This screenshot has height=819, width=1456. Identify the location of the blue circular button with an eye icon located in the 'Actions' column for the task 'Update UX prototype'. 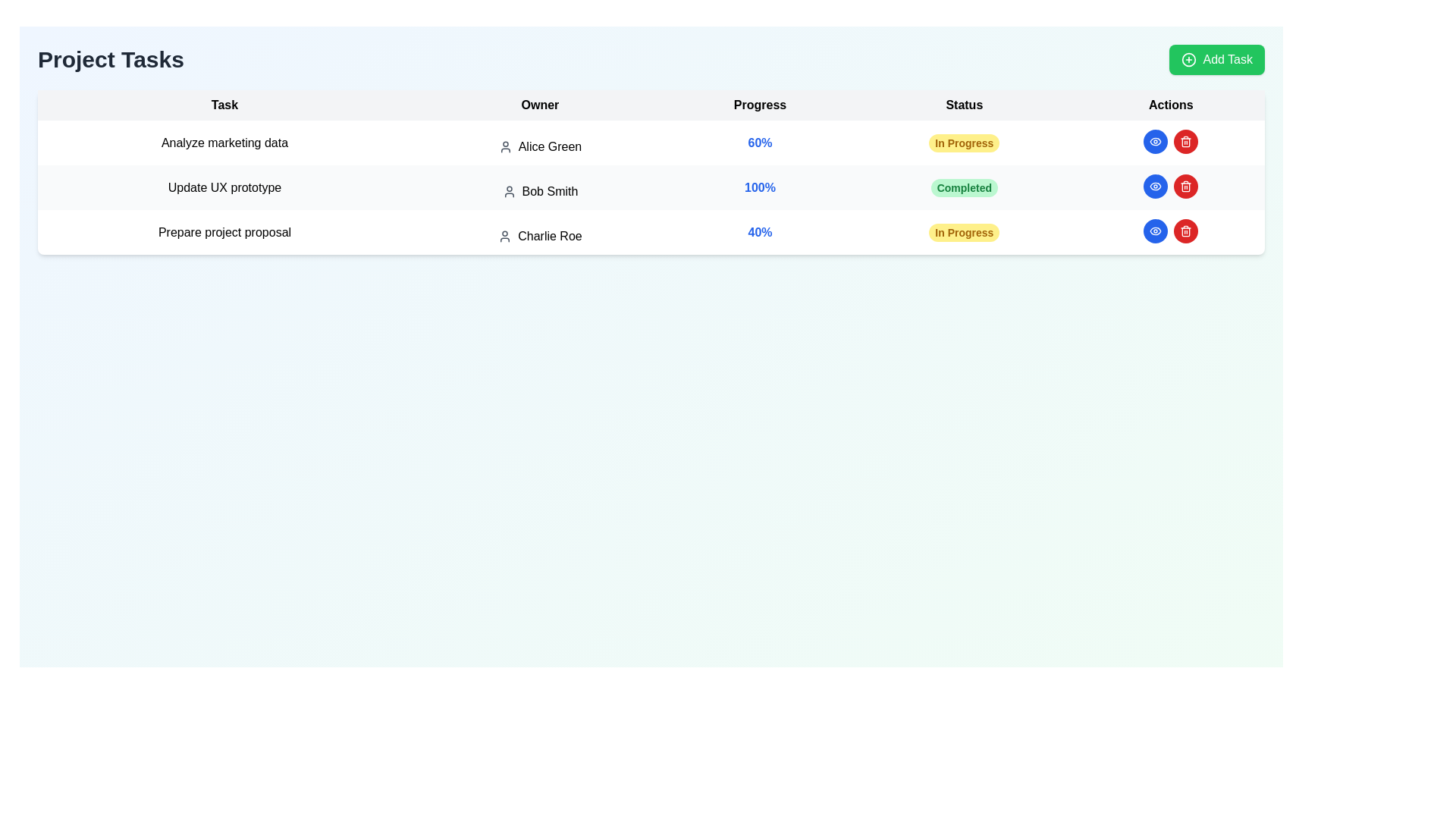
(1155, 231).